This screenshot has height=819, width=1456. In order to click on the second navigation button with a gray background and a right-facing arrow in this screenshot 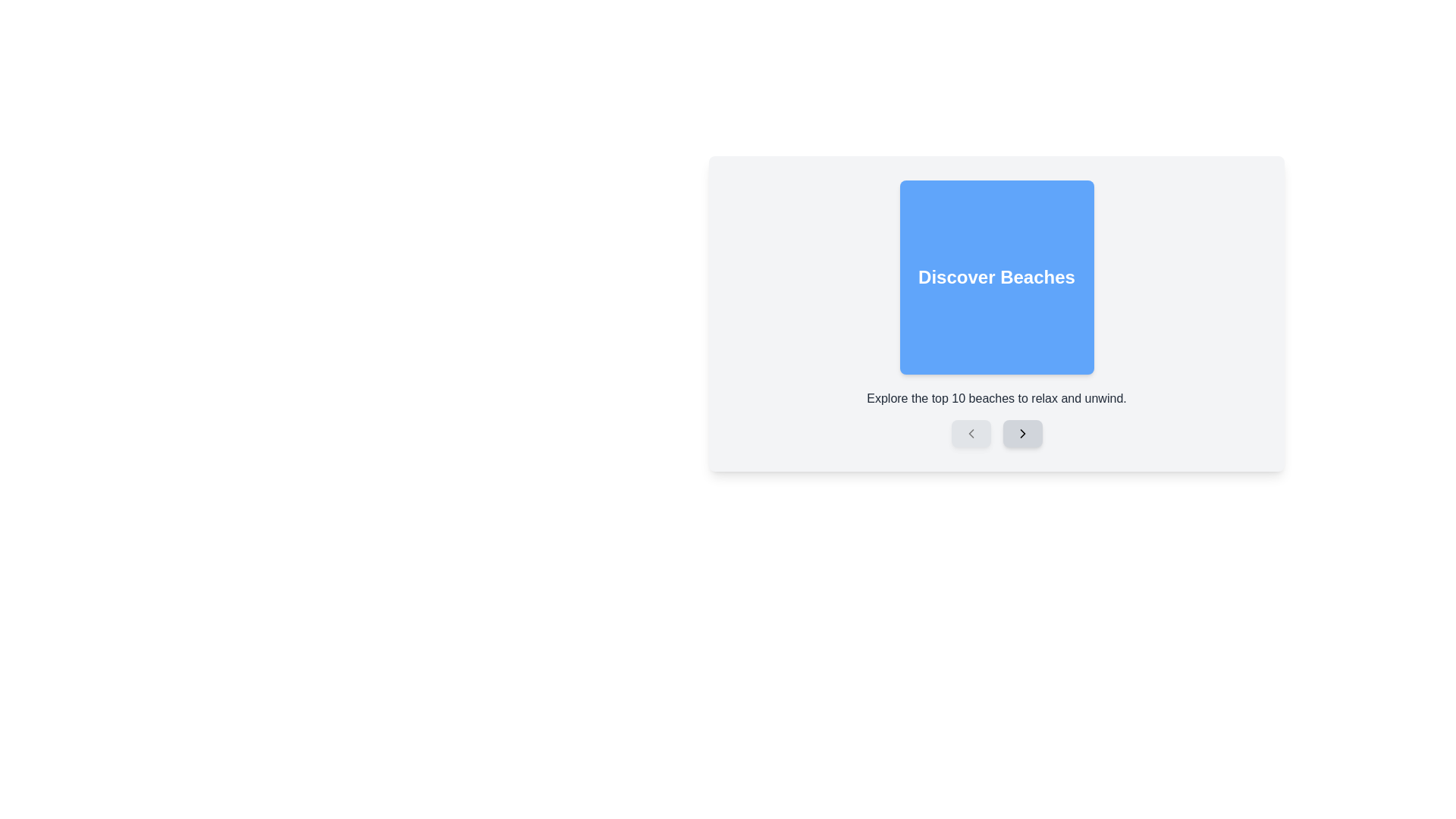, I will do `click(1022, 433)`.